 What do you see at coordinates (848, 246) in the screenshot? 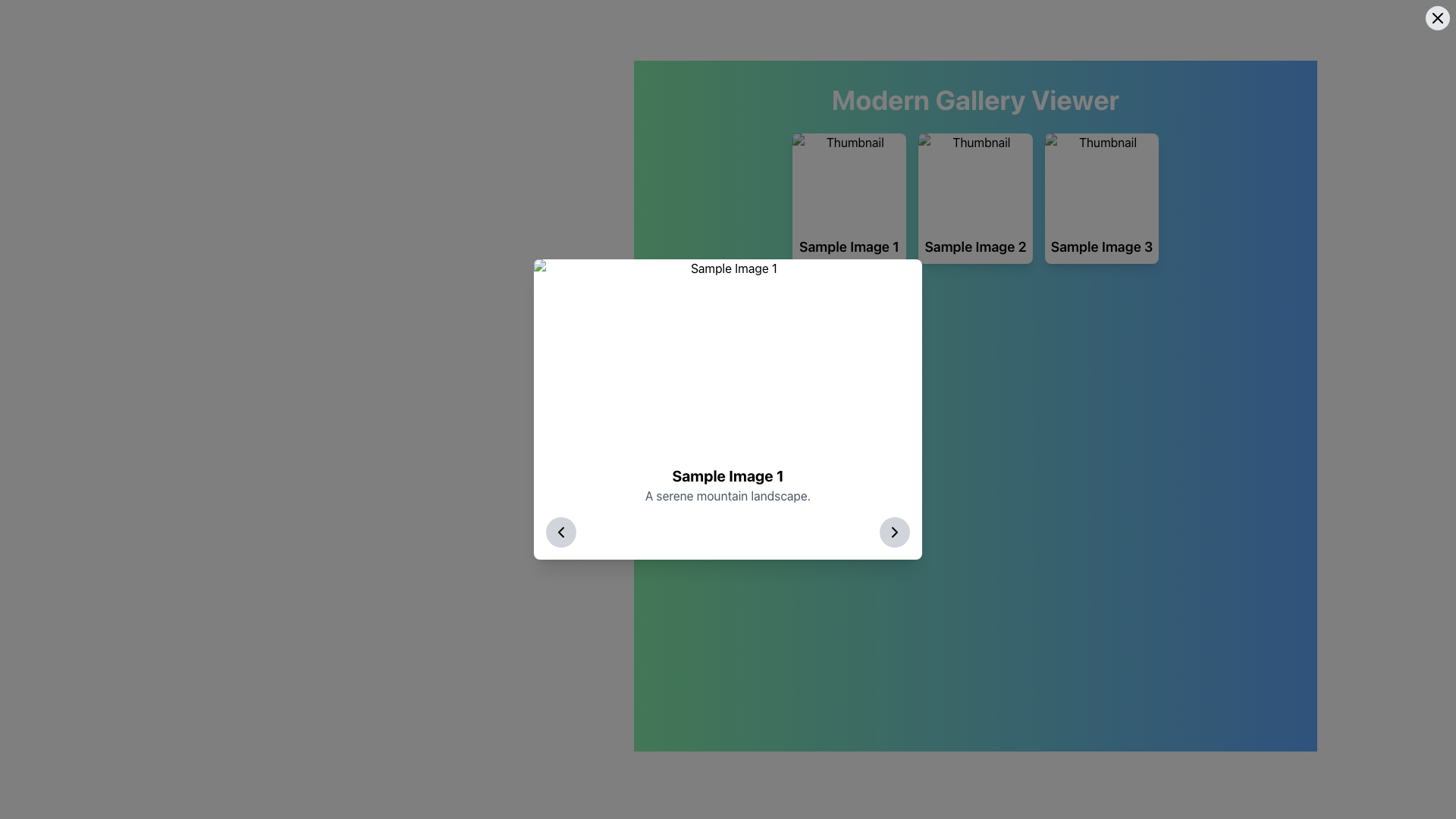
I see `displayed text of the descriptive label for the first thumbnail in the gallery viewer layout, located under the 'Modern Gallery Viewer' heading` at bounding box center [848, 246].